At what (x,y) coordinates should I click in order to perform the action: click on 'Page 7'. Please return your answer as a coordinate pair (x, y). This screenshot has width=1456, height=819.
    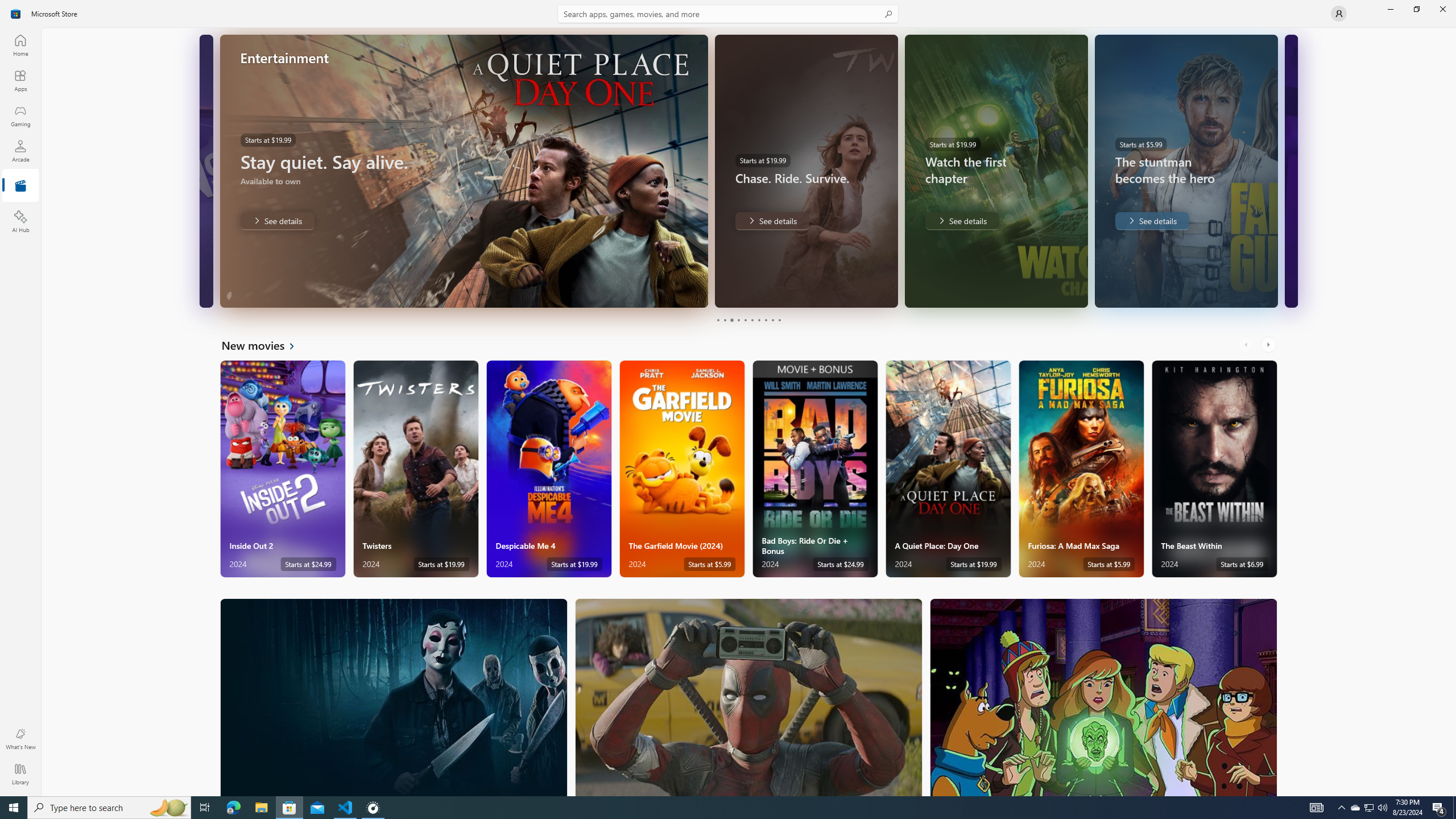
    Looking at the image, I should click on (758, 320).